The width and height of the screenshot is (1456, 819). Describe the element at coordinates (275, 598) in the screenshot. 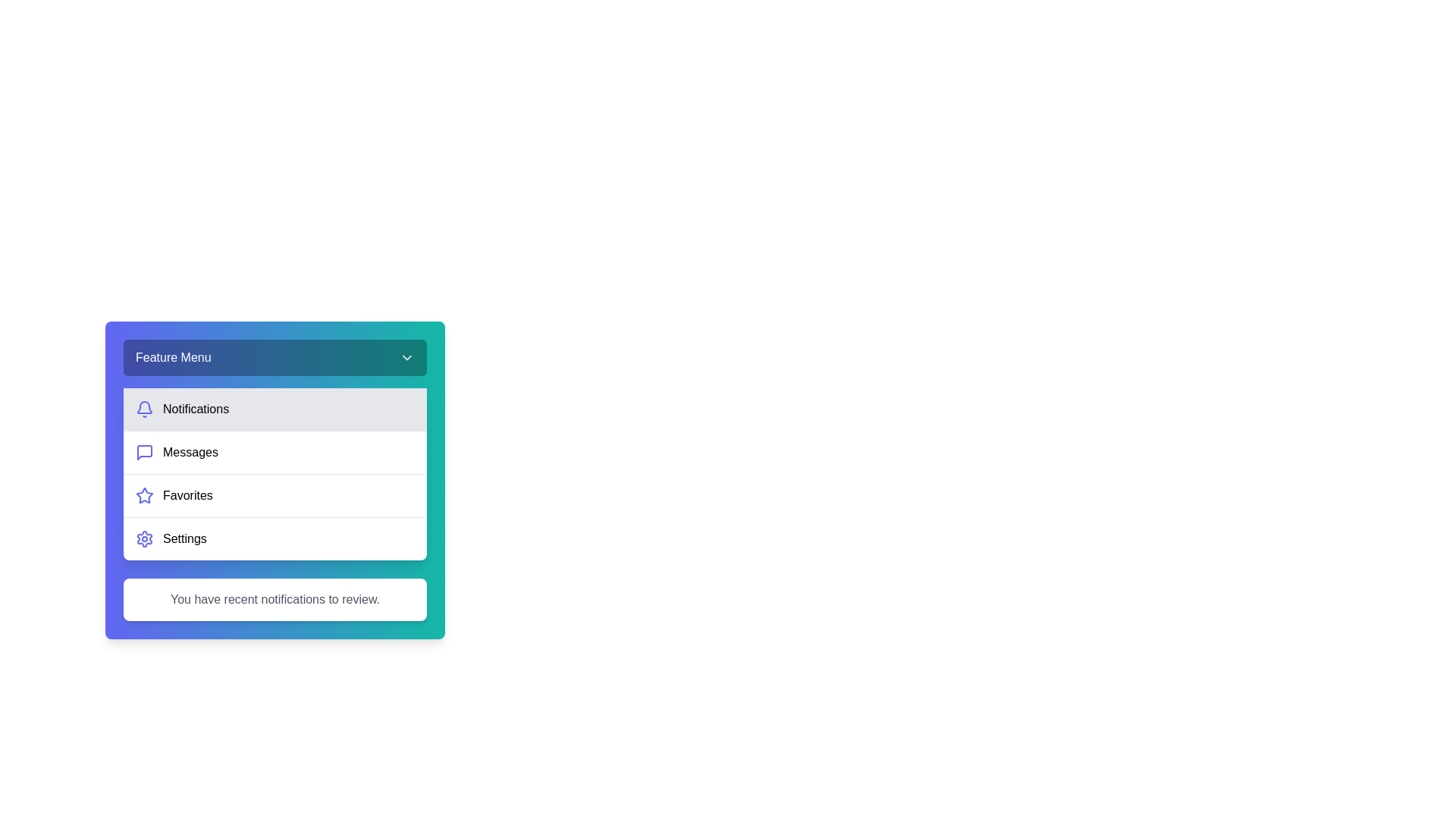

I see `text from the informational message box that displays 'You have recent notifications to review.'` at that location.